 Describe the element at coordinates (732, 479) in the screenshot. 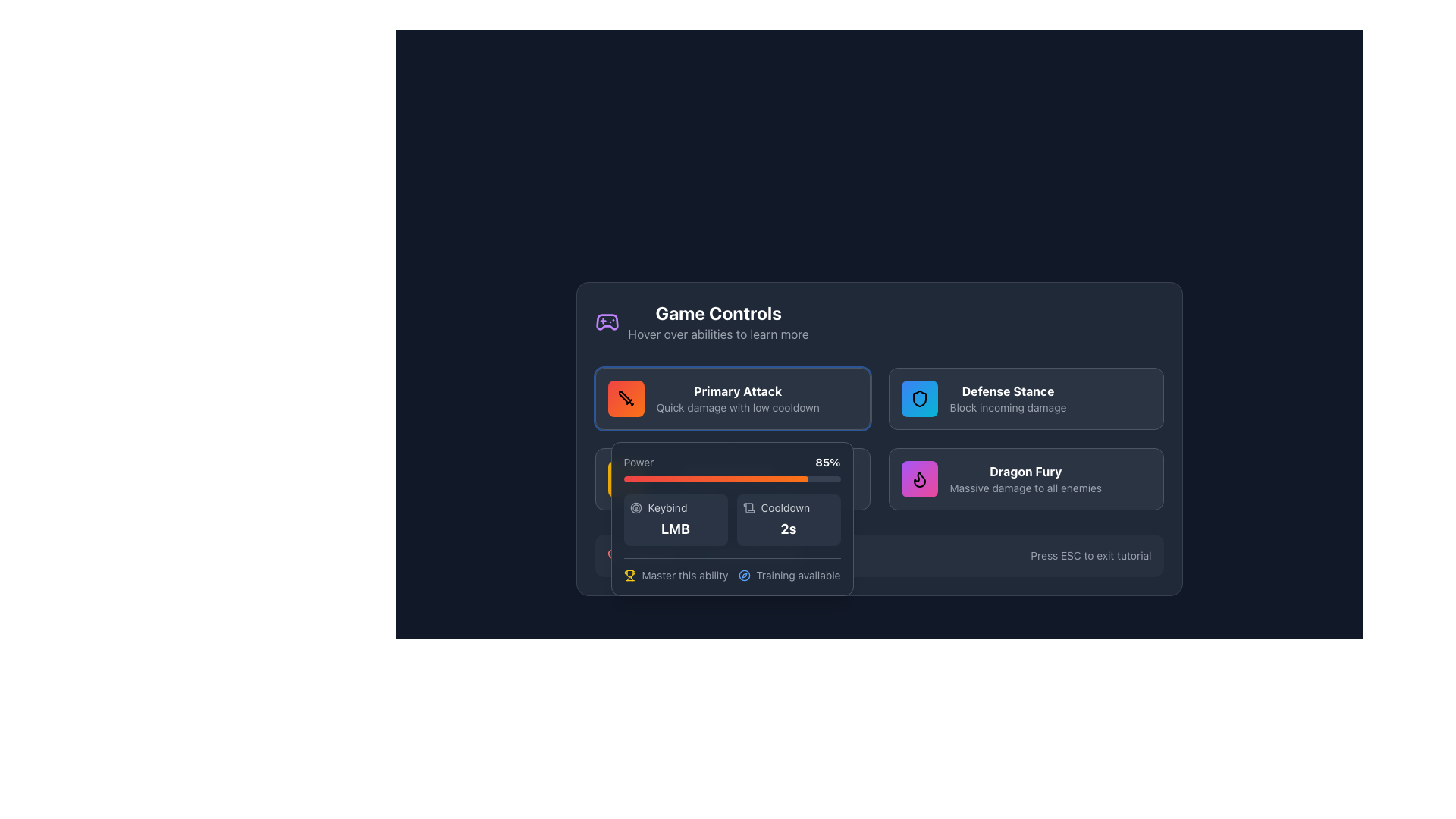

I see `the 'Power' progress bar element, which displays an 85% completion rate with a small gray label and bold white percentage text on the right` at that location.